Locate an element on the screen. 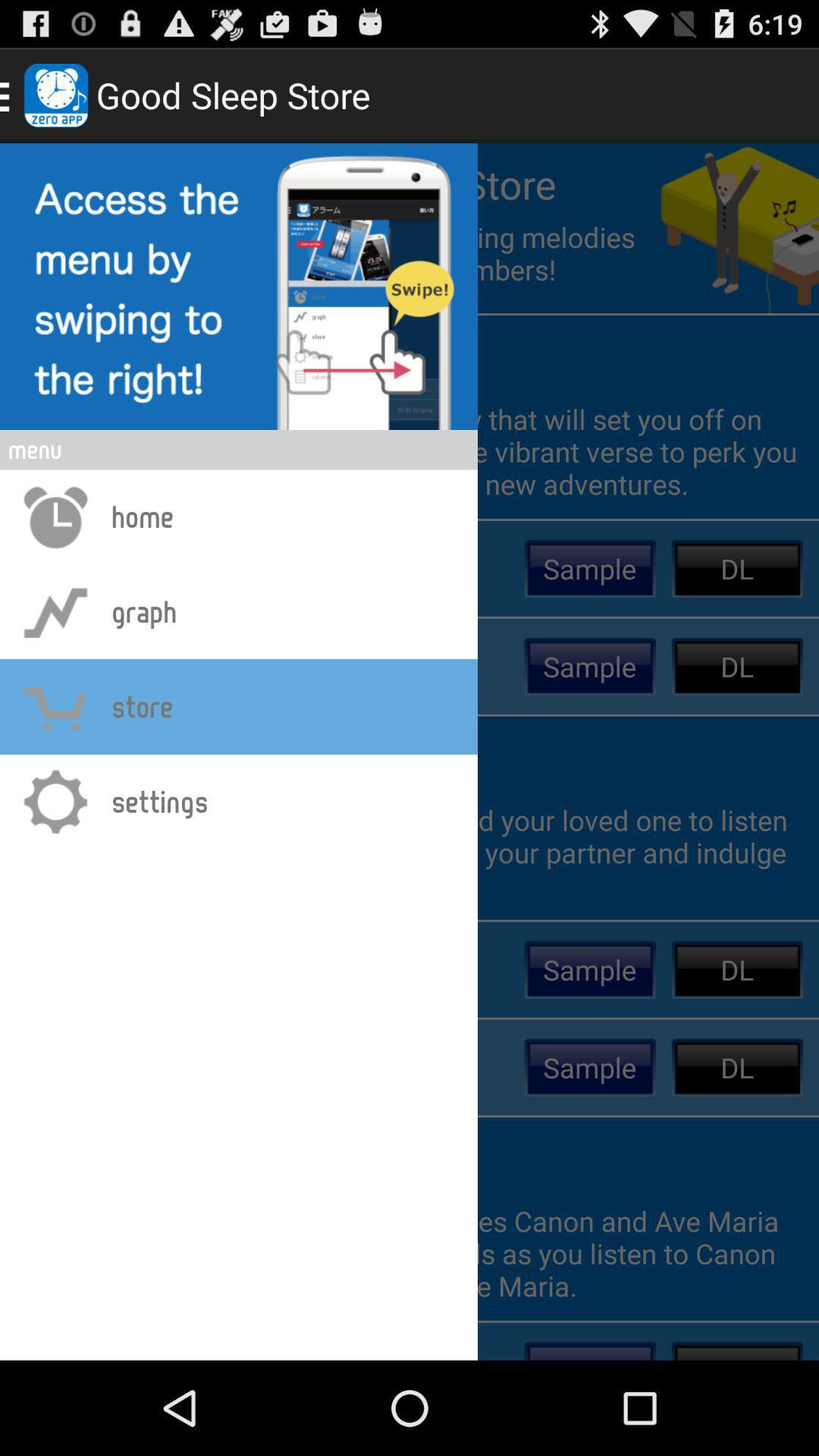 Image resolution: width=819 pixels, height=1456 pixels. the dl option below the word indulge is located at coordinates (736, 968).